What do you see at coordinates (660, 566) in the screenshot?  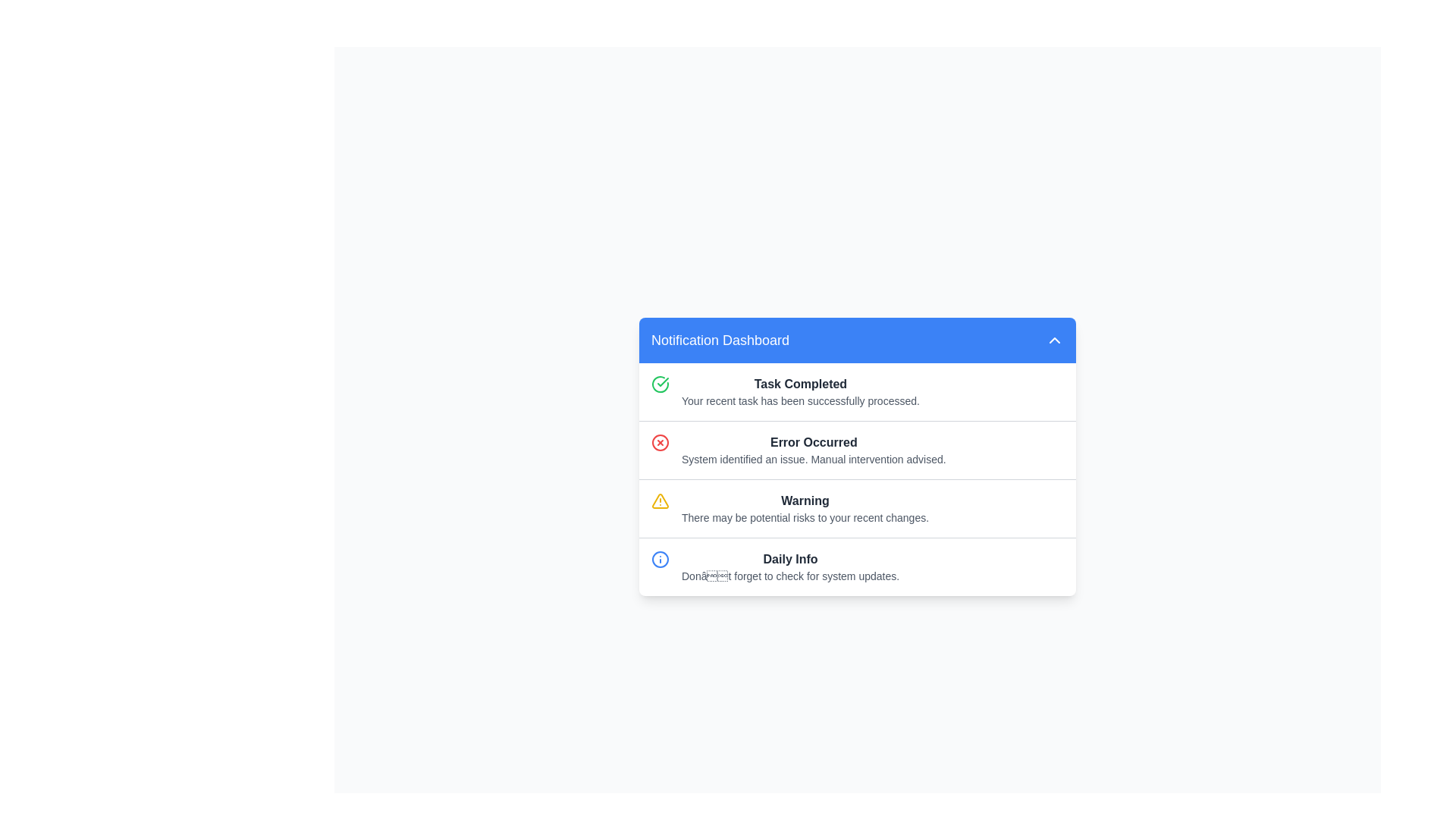 I see `the circular blue outlined information icon with an 'i' symbol, located to the left of the 'Daily Info' text in the information row at the bottom of the panel` at bounding box center [660, 566].